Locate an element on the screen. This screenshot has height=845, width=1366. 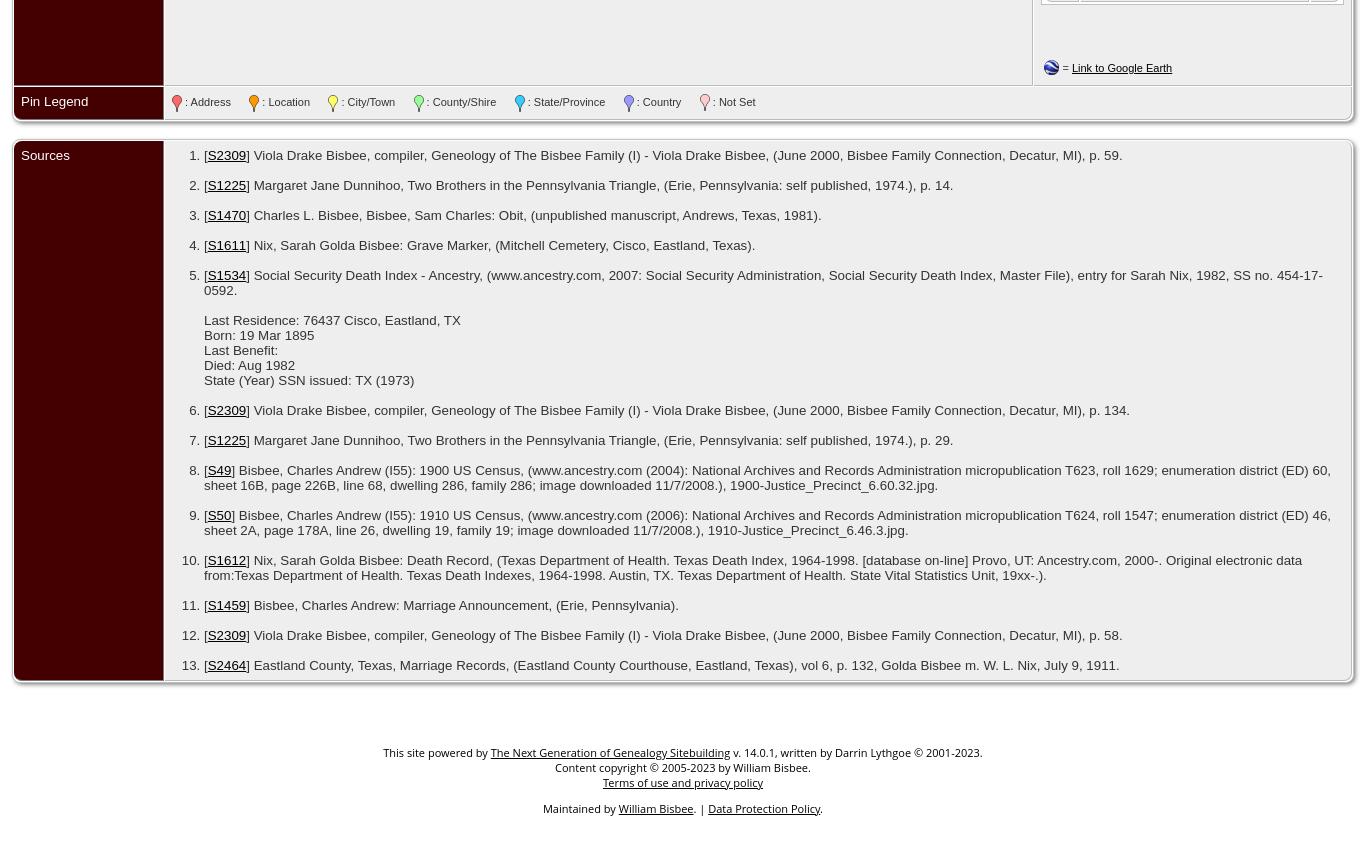
'Born: 19 Mar 1895' is located at coordinates (258, 334).